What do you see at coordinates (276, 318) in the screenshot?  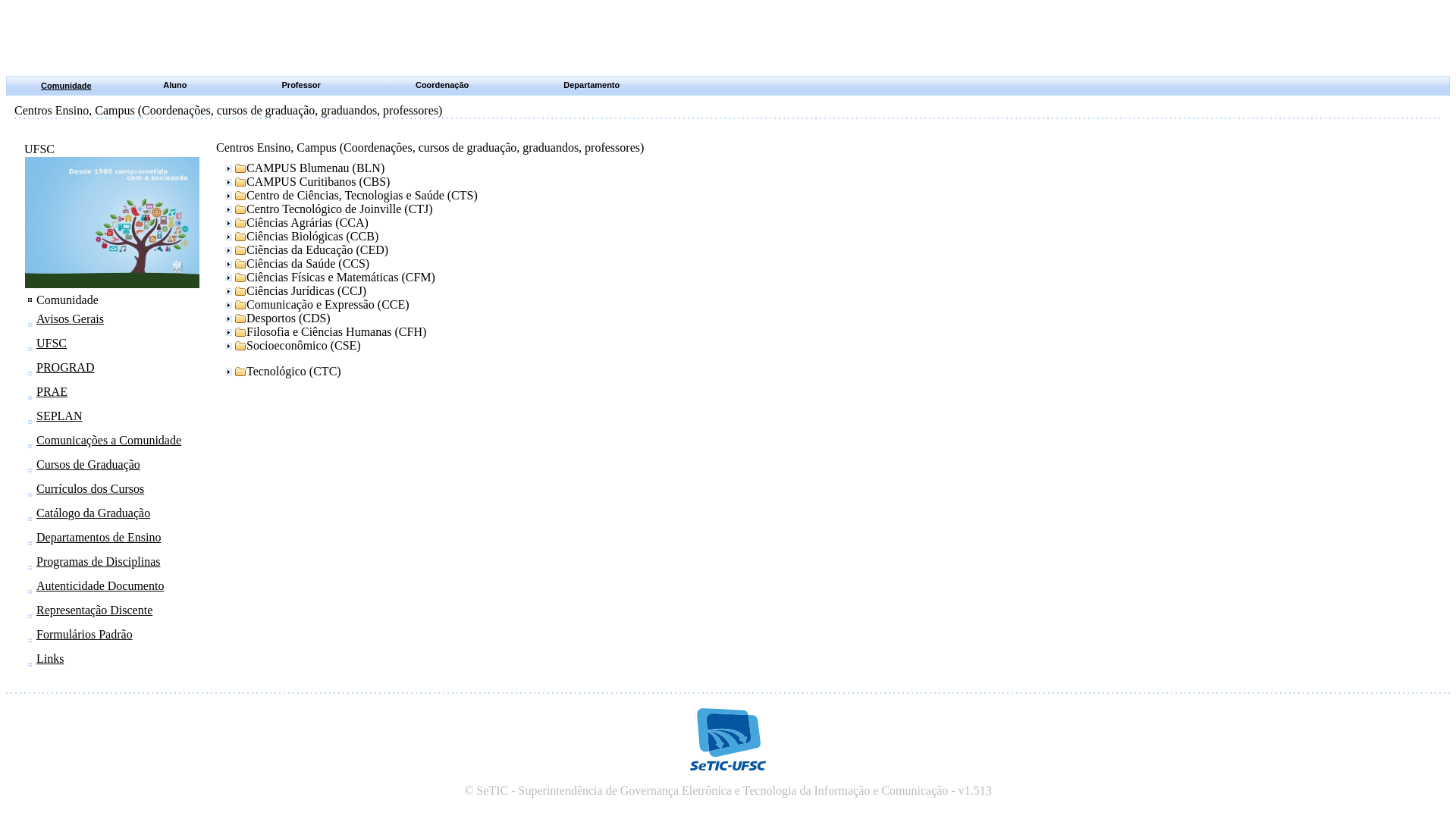 I see `'Desportos (CDS)'` at bounding box center [276, 318].